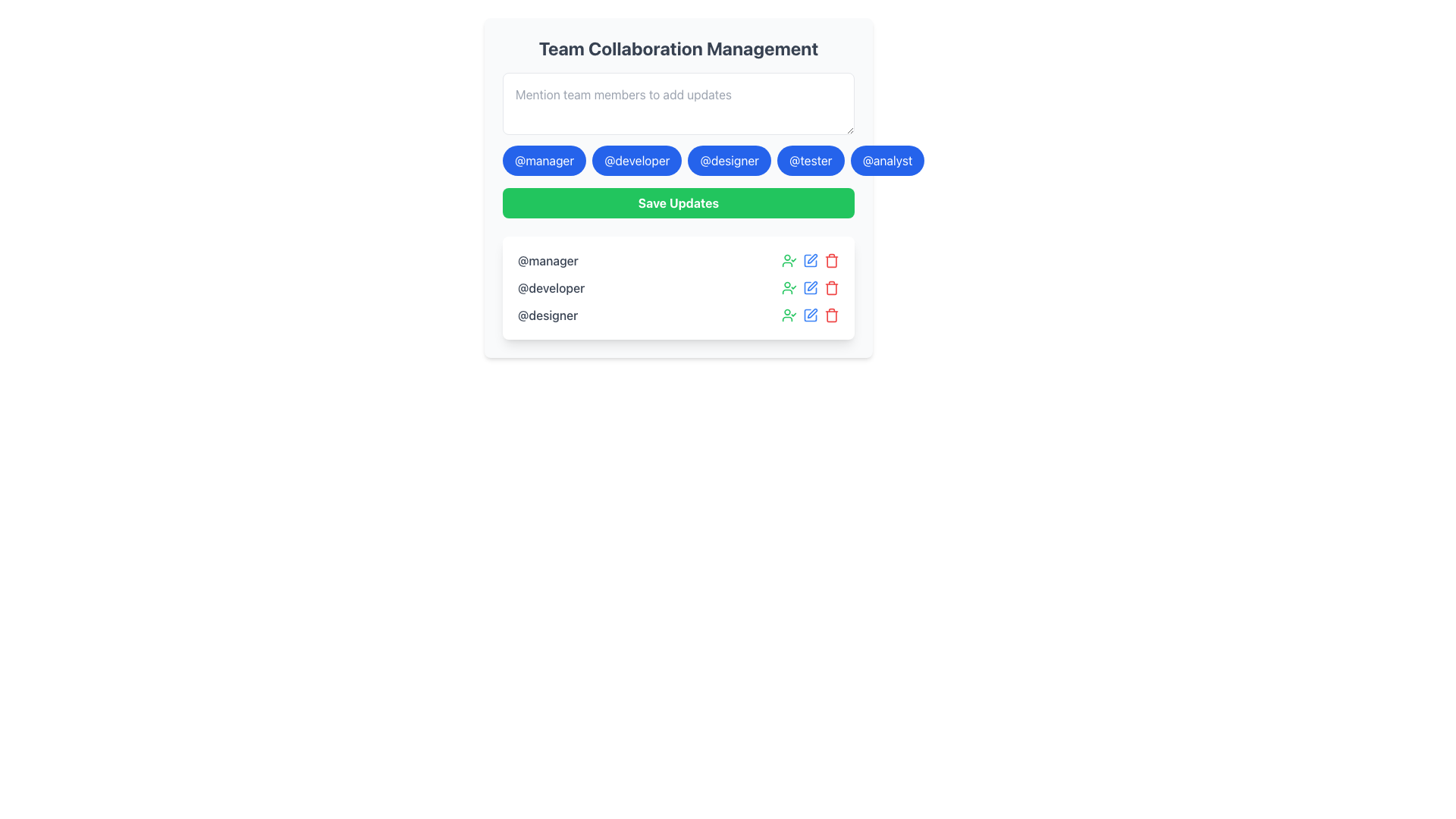 The height and width of the screenshot is (819, 1456). I want to click on the blue-colored edit icon resembling a pen located to the right of the text '@developer' in the second row of the list, so click(810, 259).